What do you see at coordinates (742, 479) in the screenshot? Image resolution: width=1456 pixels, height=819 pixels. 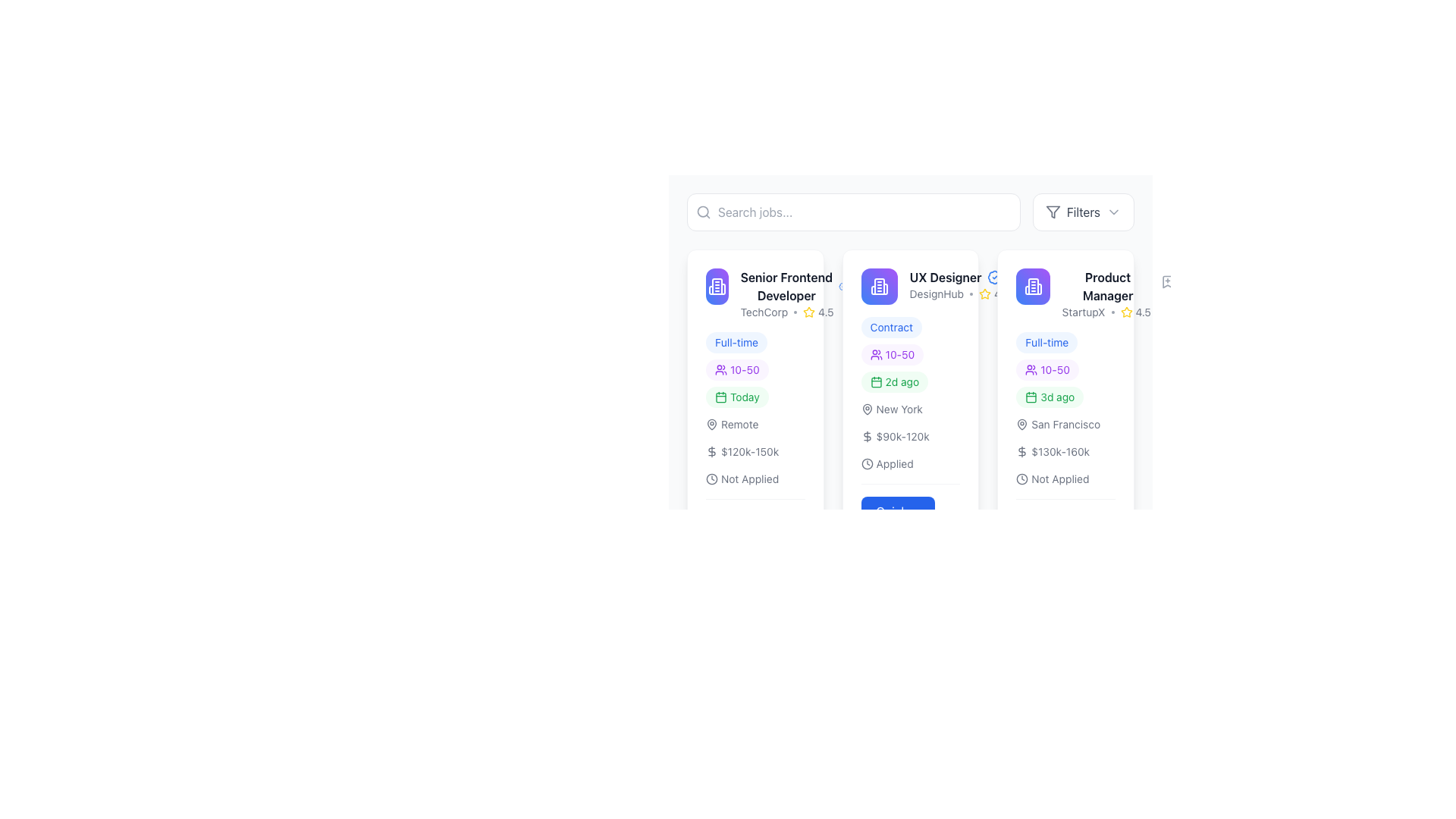 I see `the content of the Label with an icon indicating the application status for the job listing of 'Senior Frontend Developer', located at the bottom of the card under the salary range display` at bounding box center [742, 479].